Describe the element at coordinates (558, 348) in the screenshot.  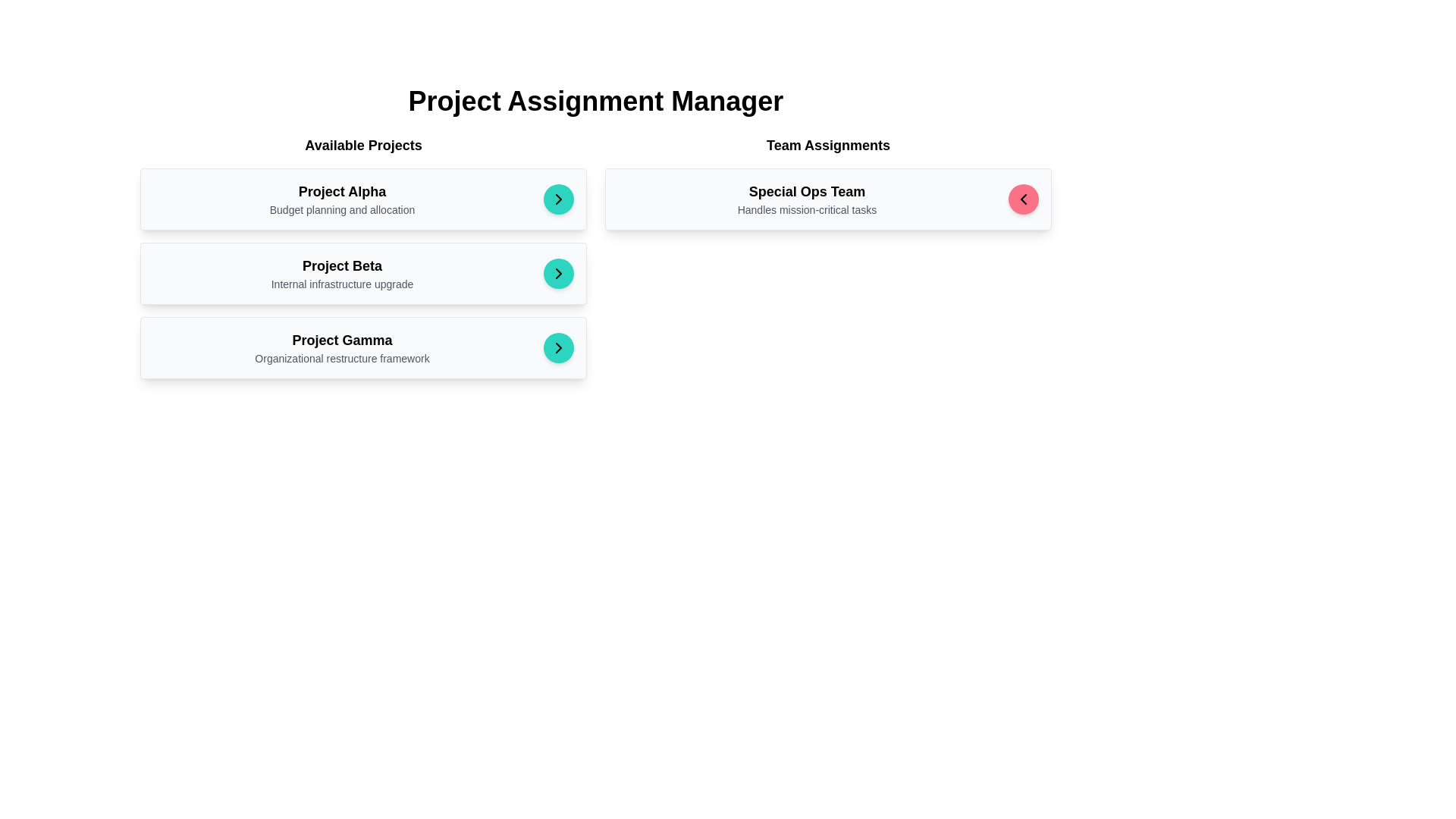
I see `the rightward-pointing chevron icon with a teal background, which is the third navigation button in a vertical list next to 'Project Gamma'` at that location.